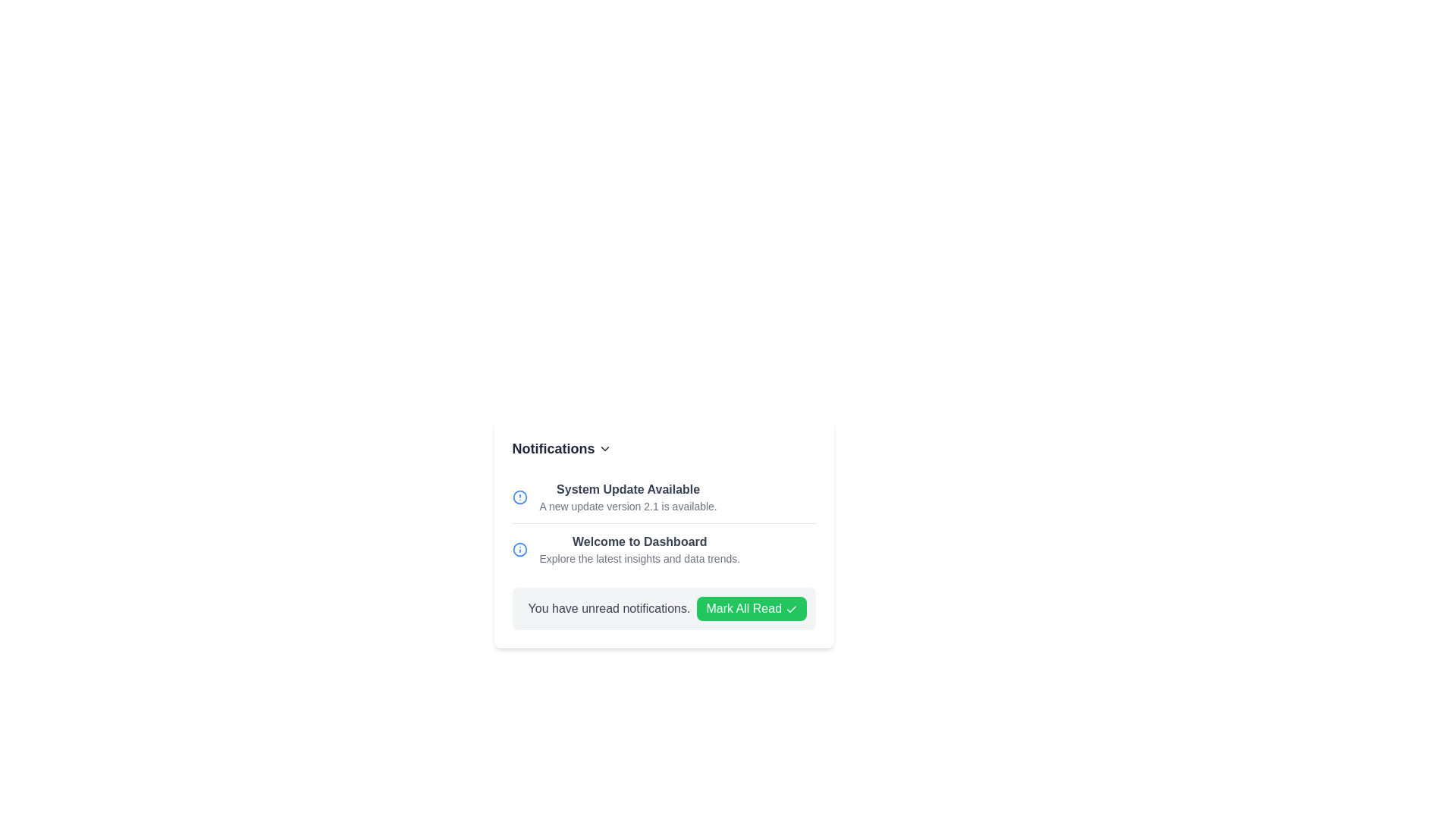  I want to click on the Informative block alerting about unread notifications located at the bottom section of the notification panel, so click(664, 607).